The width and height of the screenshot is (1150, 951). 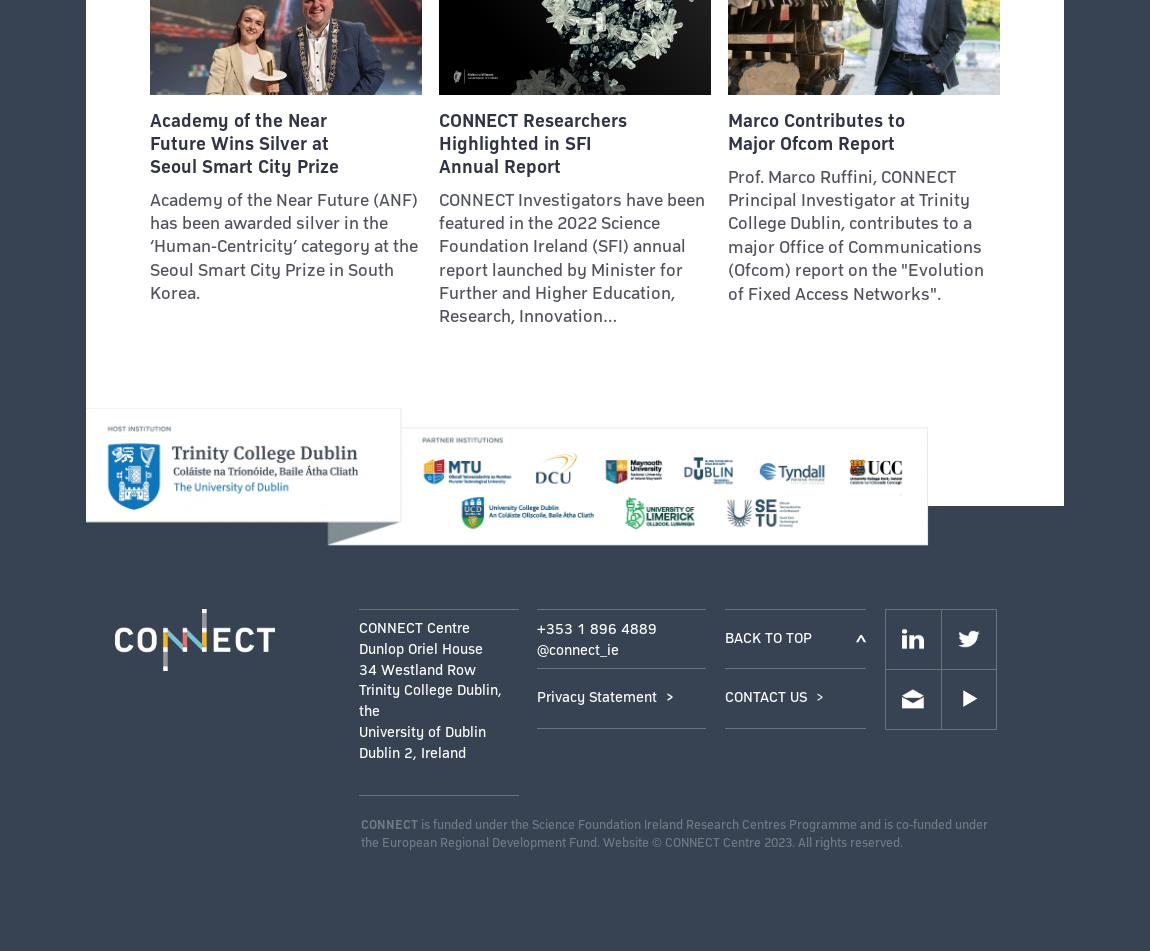 I want to click on 'CONNECT Centre', so click(x=414, y=625).